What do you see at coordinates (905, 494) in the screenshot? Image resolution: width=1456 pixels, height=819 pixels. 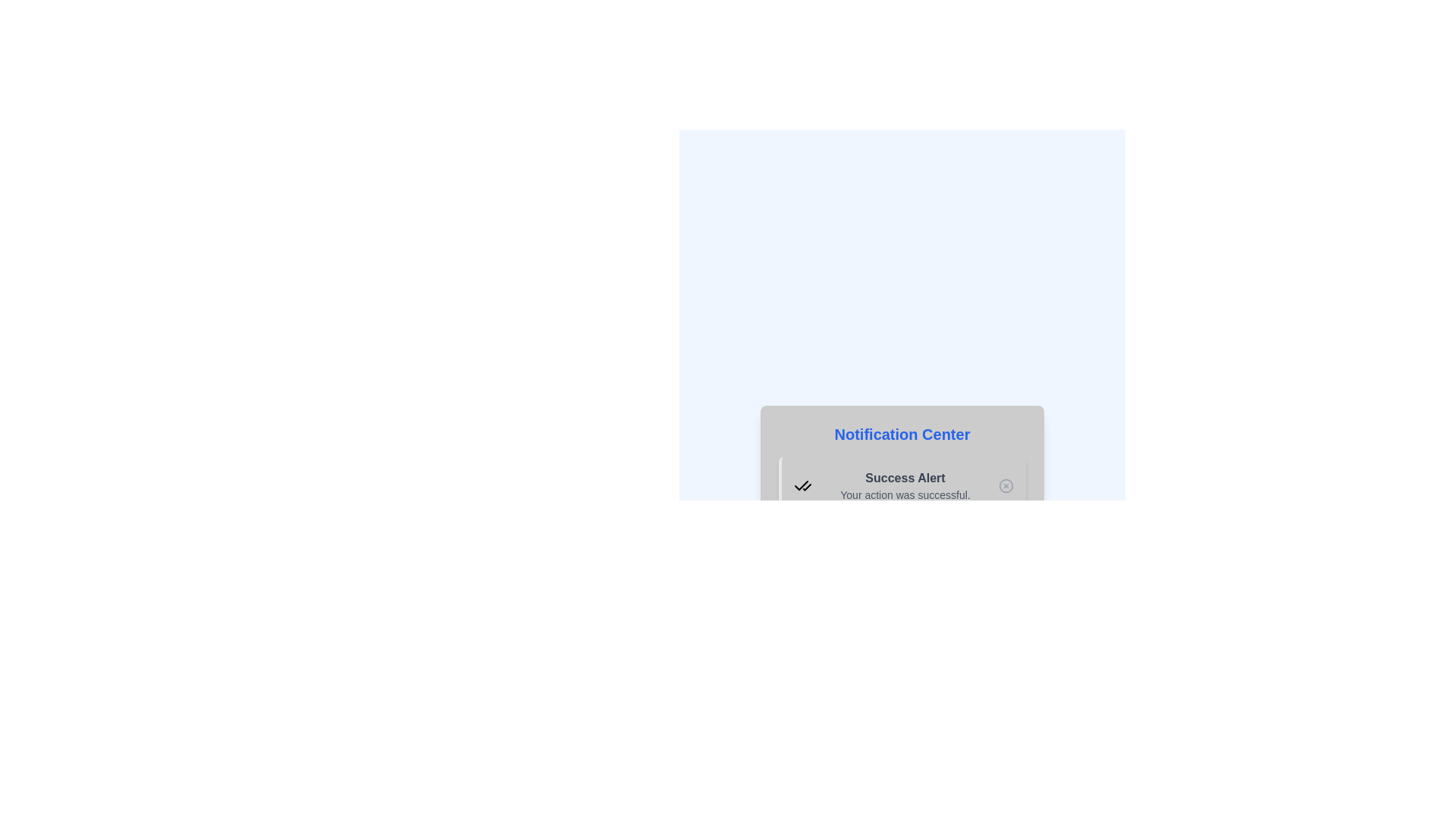 I see `feedback text from the Text Label located below the 'Success Alert' title in the notification structure, confirming a successful action` at bounding box center [905, 494].